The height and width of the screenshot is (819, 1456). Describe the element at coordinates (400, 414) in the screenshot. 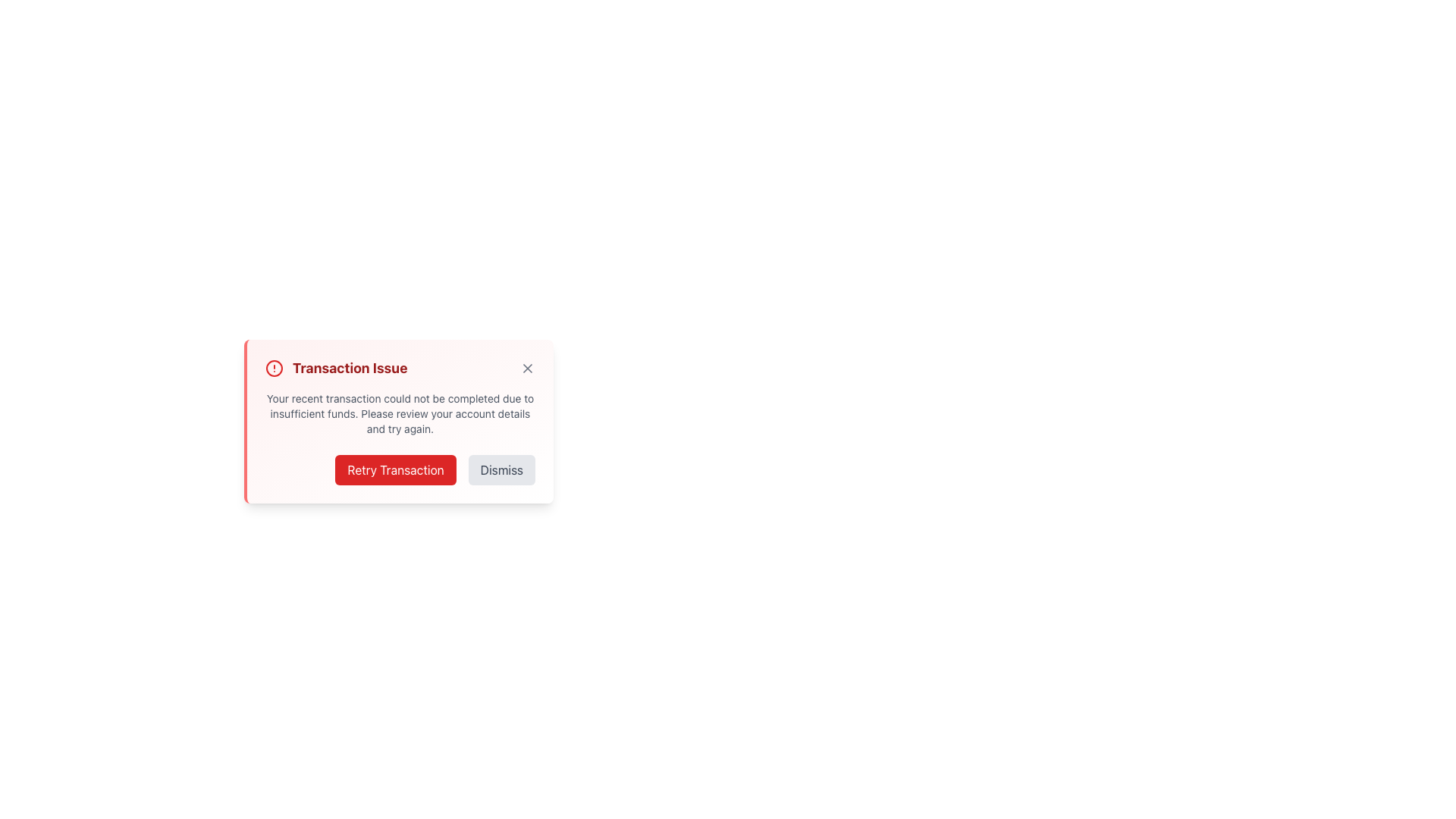

I see `the static text element that informs the user about a specific transaction issue, located within the 'Transaction Issue' notification panel` at that location.